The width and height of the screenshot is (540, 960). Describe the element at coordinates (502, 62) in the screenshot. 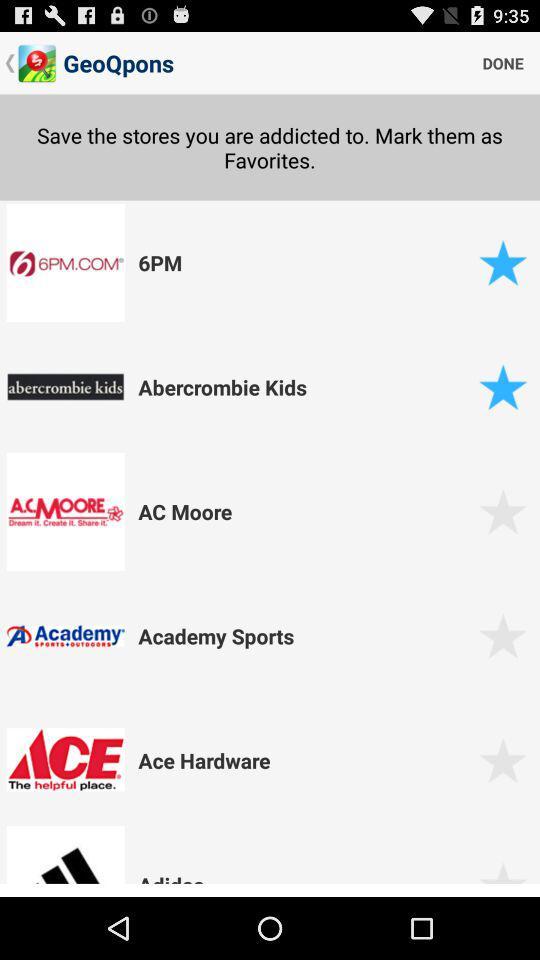

I see `item above save the stores icon` at that location.